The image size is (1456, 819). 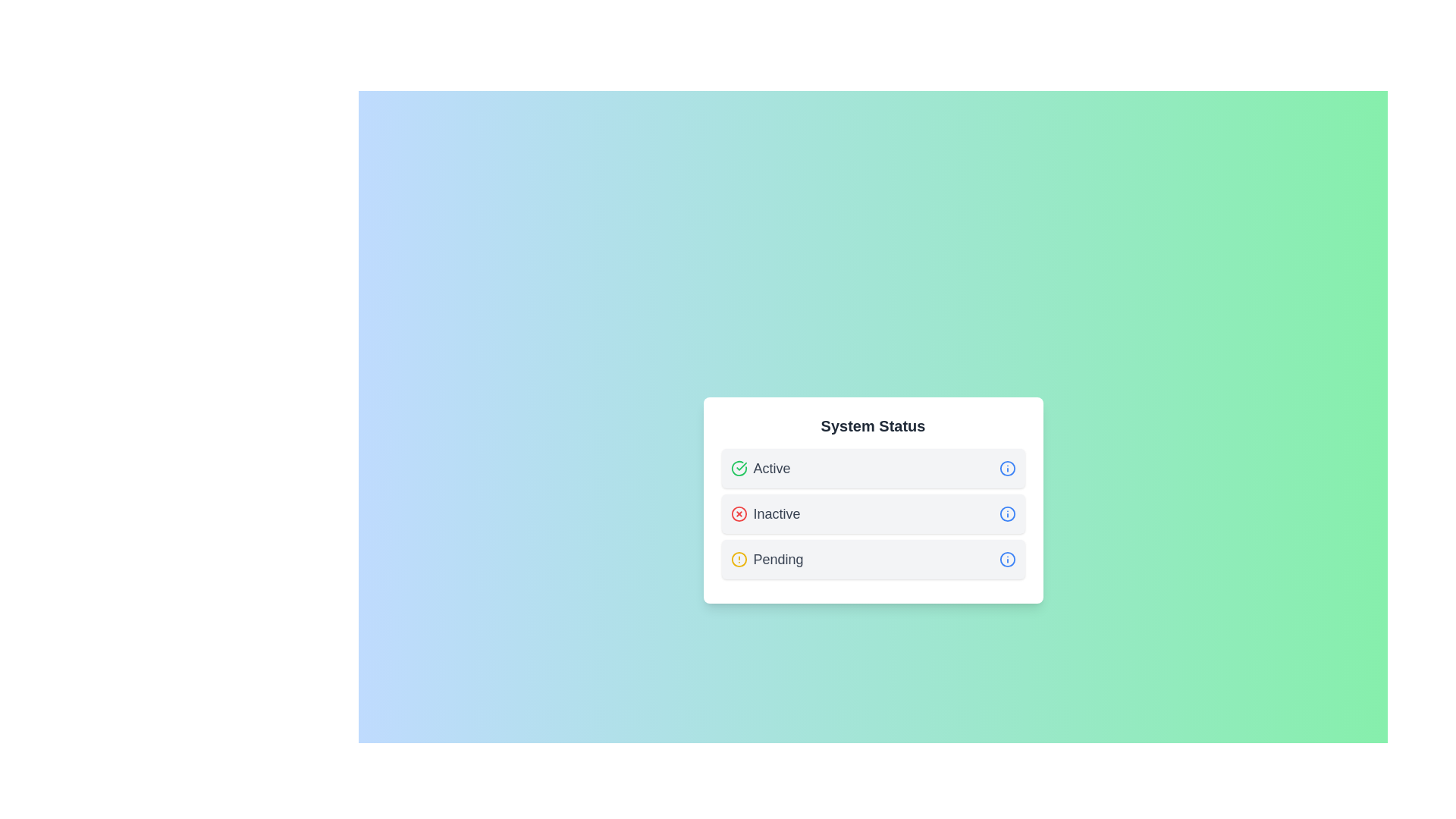 I want to click on the 'Active' text label adjacent to the green circular checkmark icon to associate the text with the icon, so click(x=761, y=467).